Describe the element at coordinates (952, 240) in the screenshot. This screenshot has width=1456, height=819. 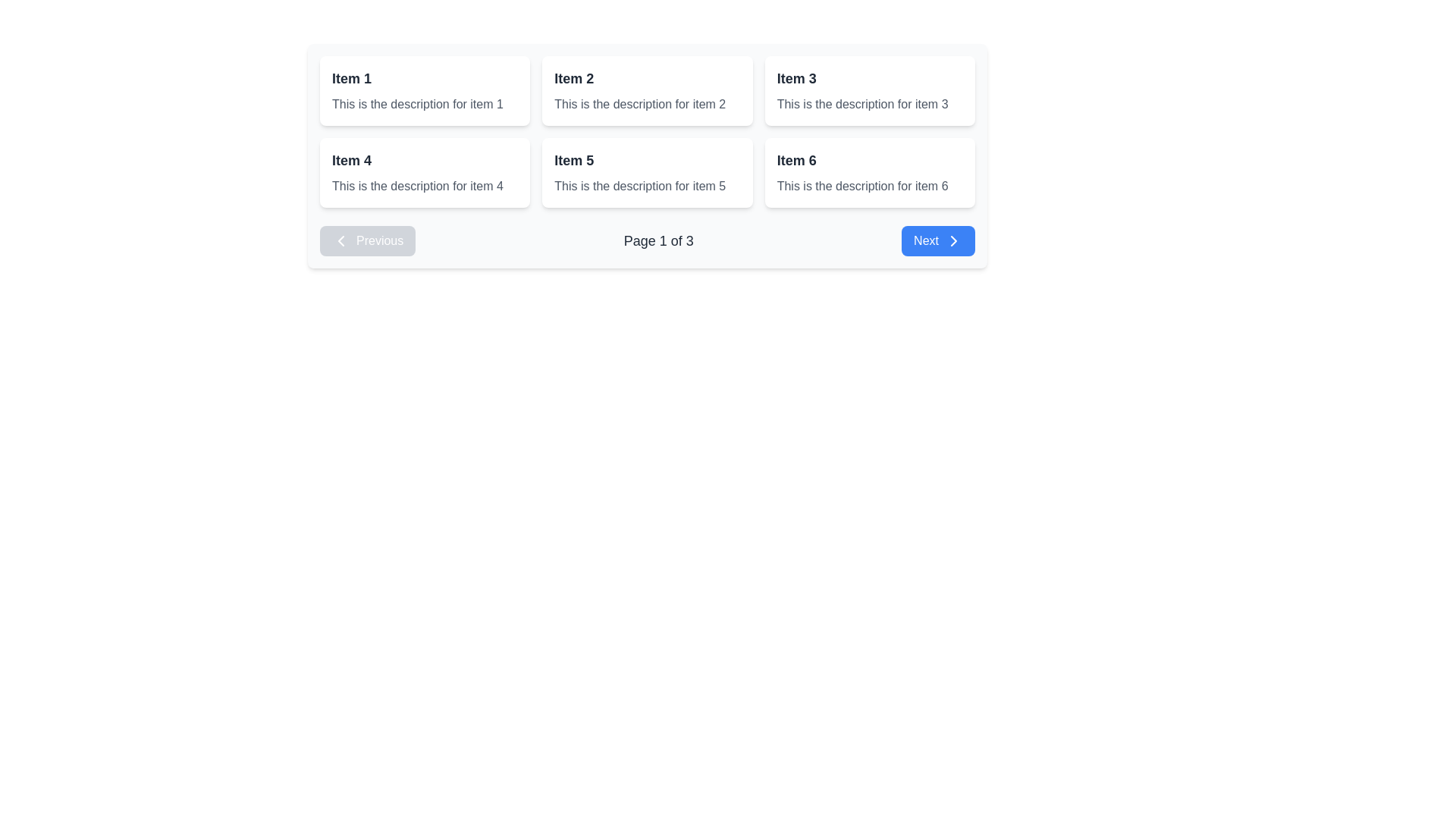
I see `the 'Next' button located at the bottom-right corner, which contains a small right-pointing chevron icon` at that location.